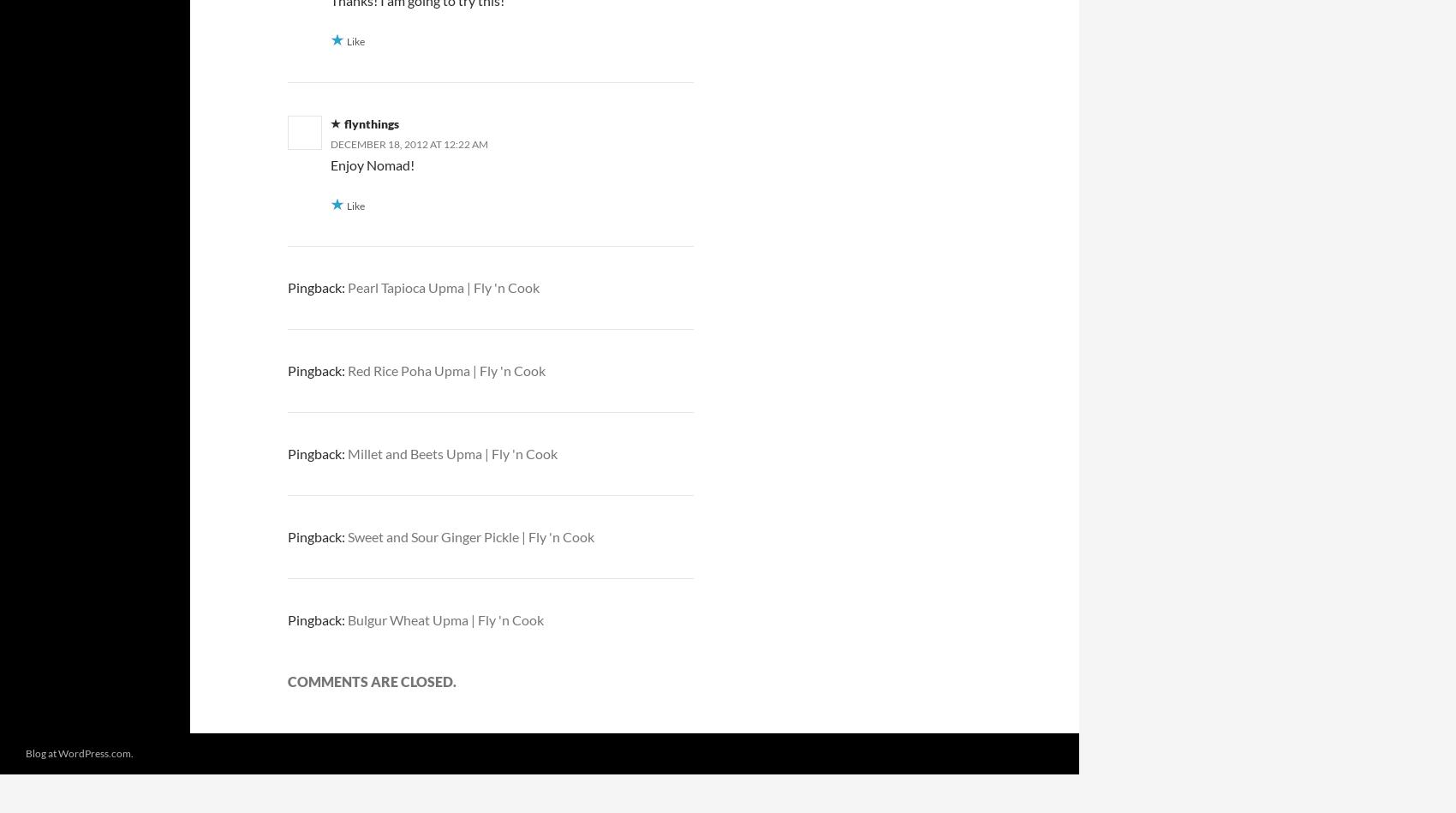 The image size is (1456, 813). What do you see at coordinates (373, 163) in the screenshot?
I see `'Enjoy Nomad!'` at bounding box center [373, 163].